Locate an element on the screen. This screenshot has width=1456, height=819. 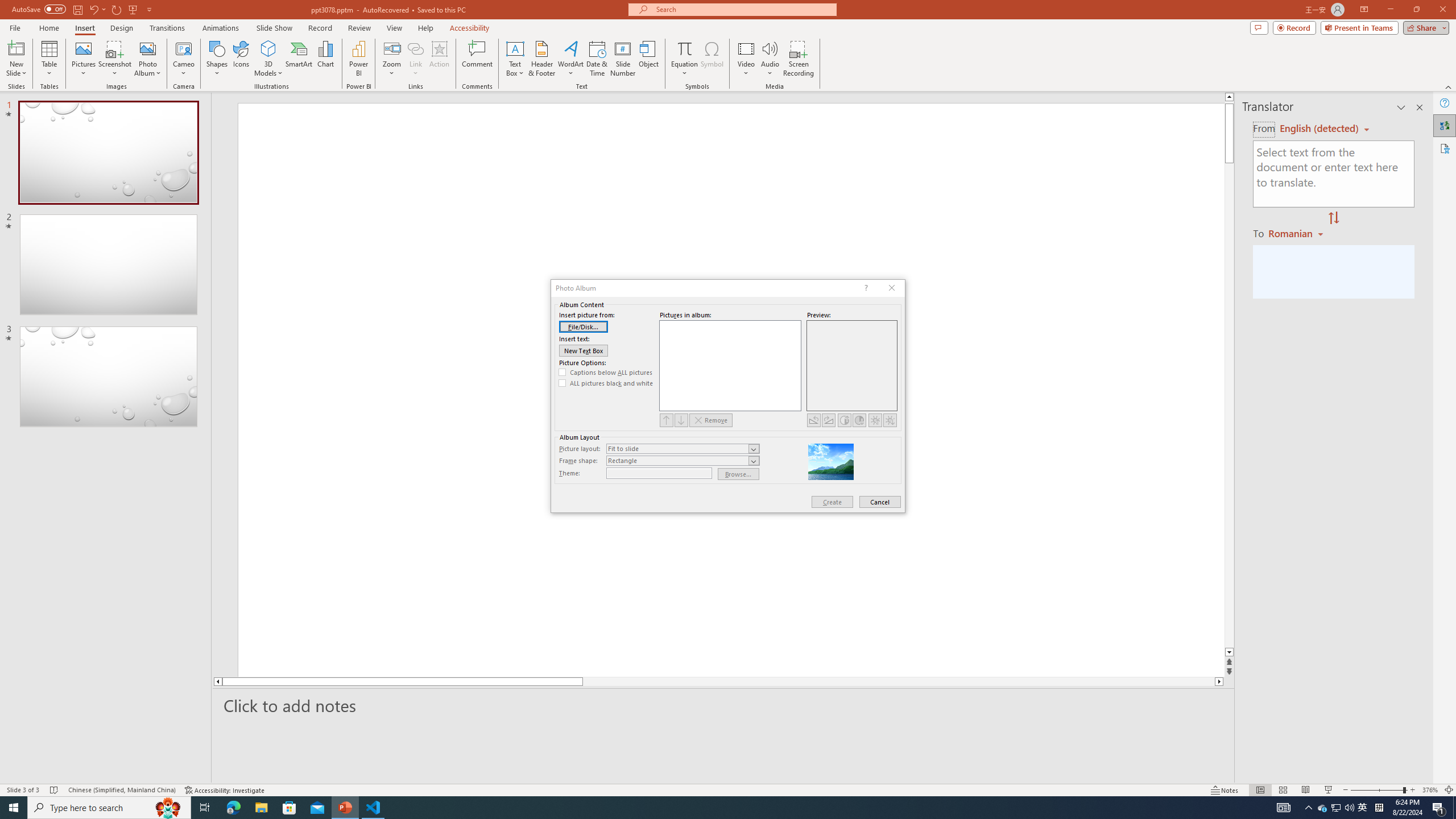
'Frame shape' is located at coordinates (682, 460).